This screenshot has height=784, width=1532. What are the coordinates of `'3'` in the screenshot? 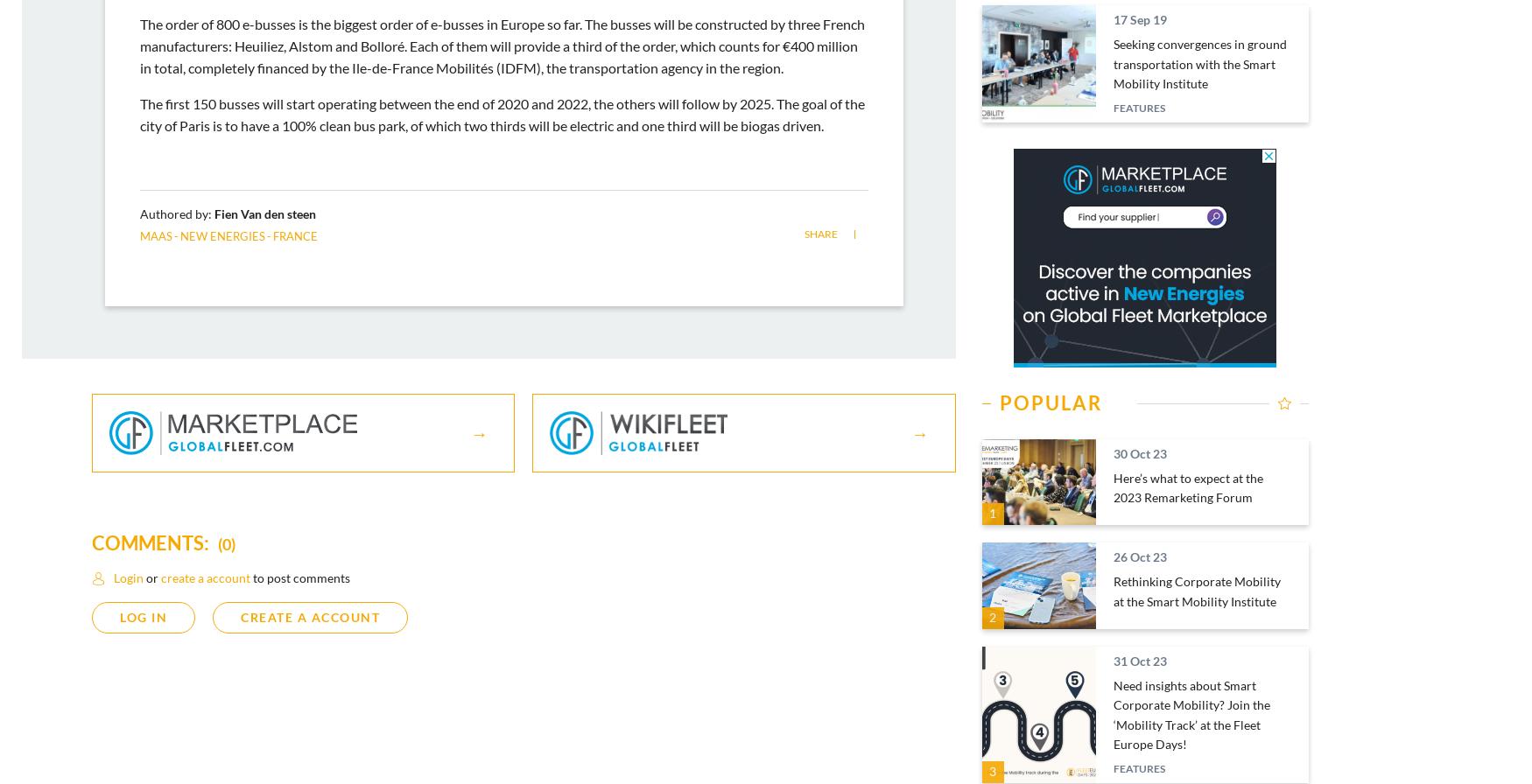 It's located at (992, 770).